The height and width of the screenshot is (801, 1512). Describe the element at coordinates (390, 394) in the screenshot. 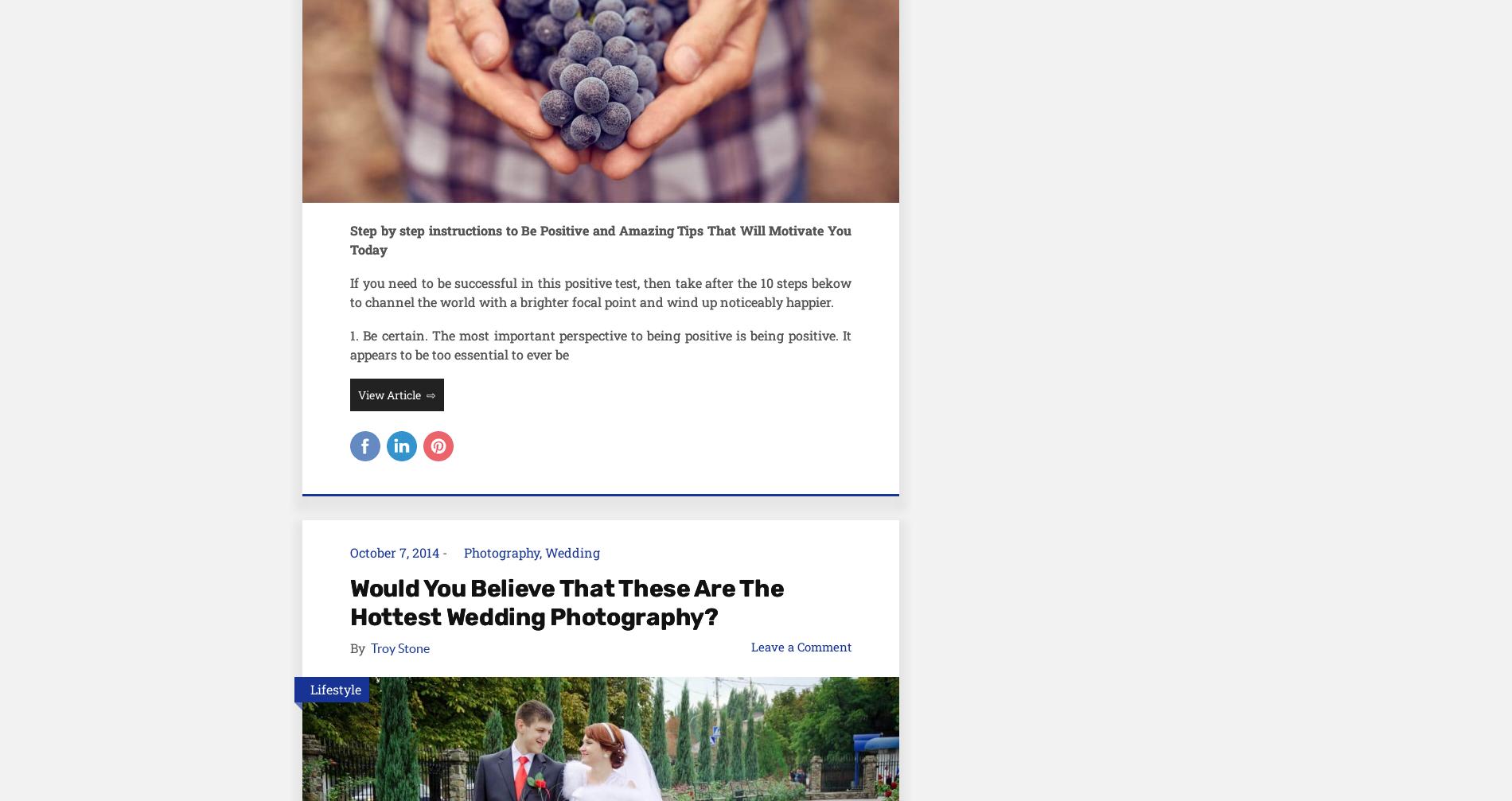

I see `'View Article'` at that location.